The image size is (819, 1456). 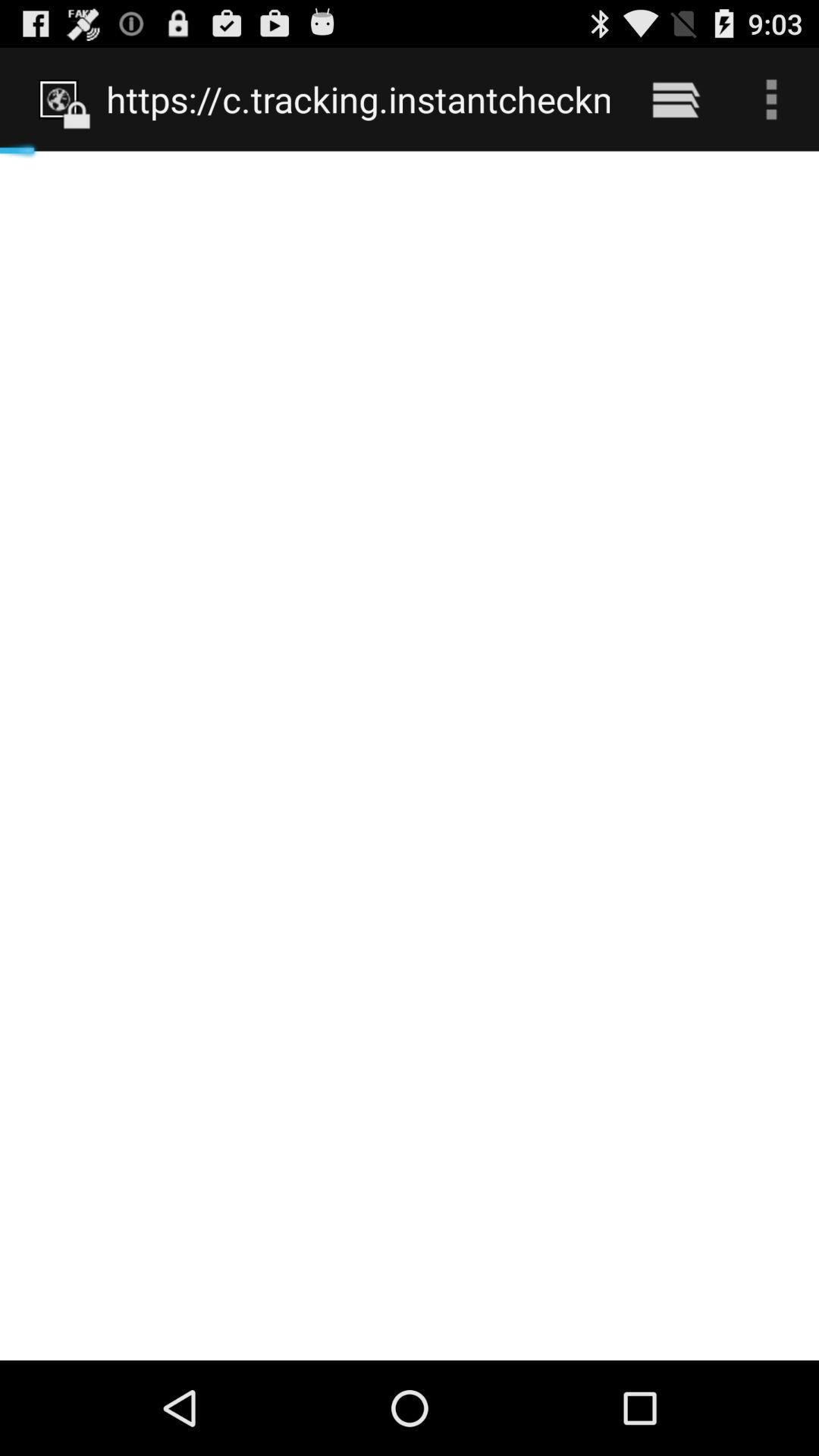 What do you see at coordinates (675, 99) in the screenshot?
I see `icon next to the https www phone` at bounding box center [675, 99].